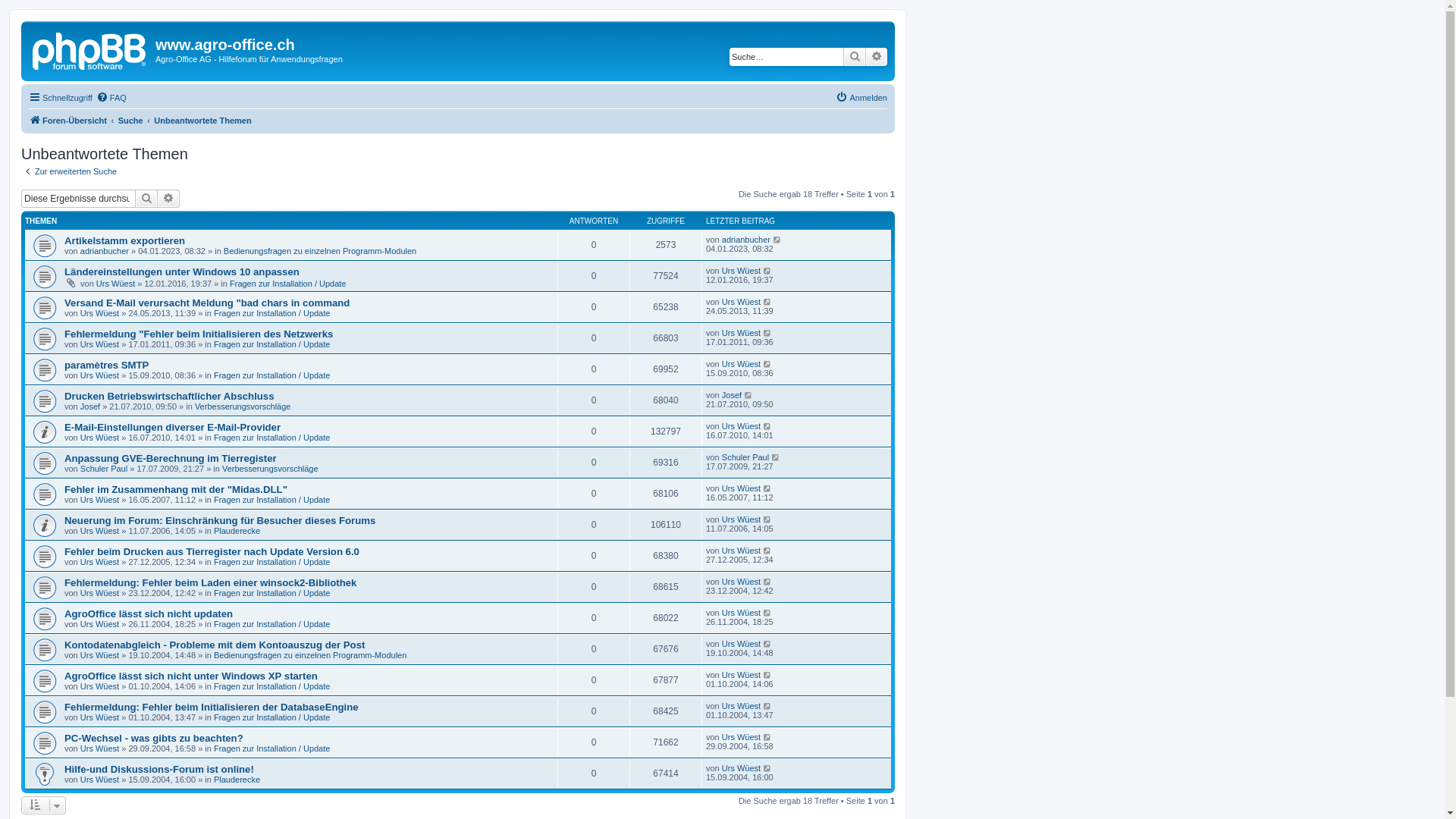  What do you see at coordinates (236, 529) in the screenshot?
I see `'Plauderecke'` at bounding box center [236, 529].